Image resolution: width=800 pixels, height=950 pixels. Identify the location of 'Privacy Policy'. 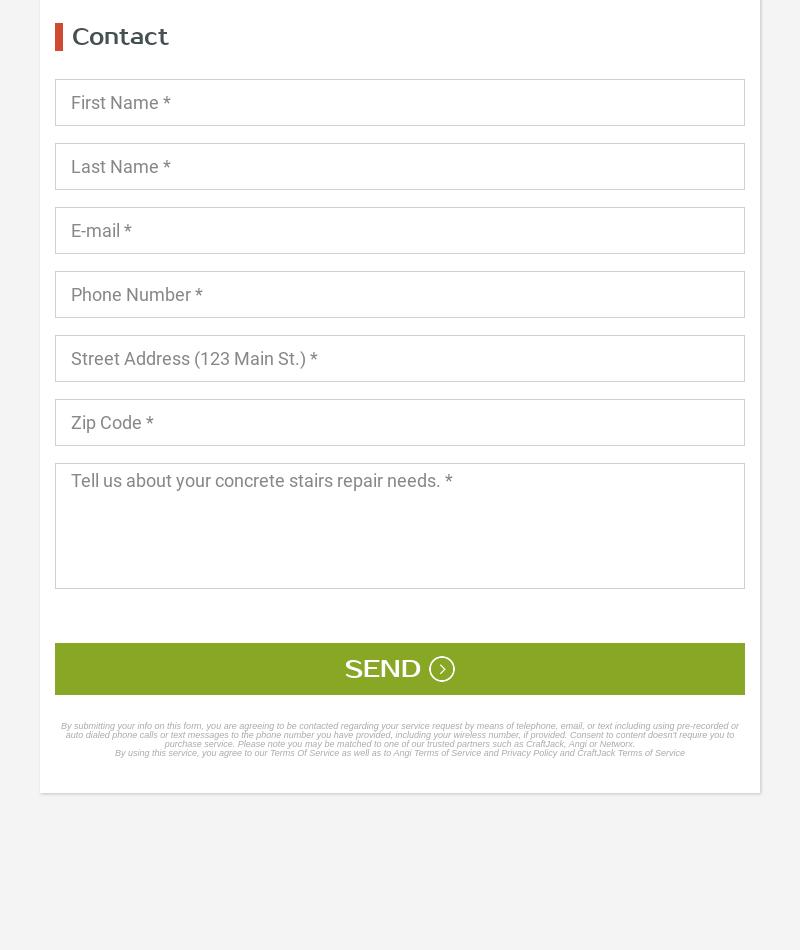
(500, 751).